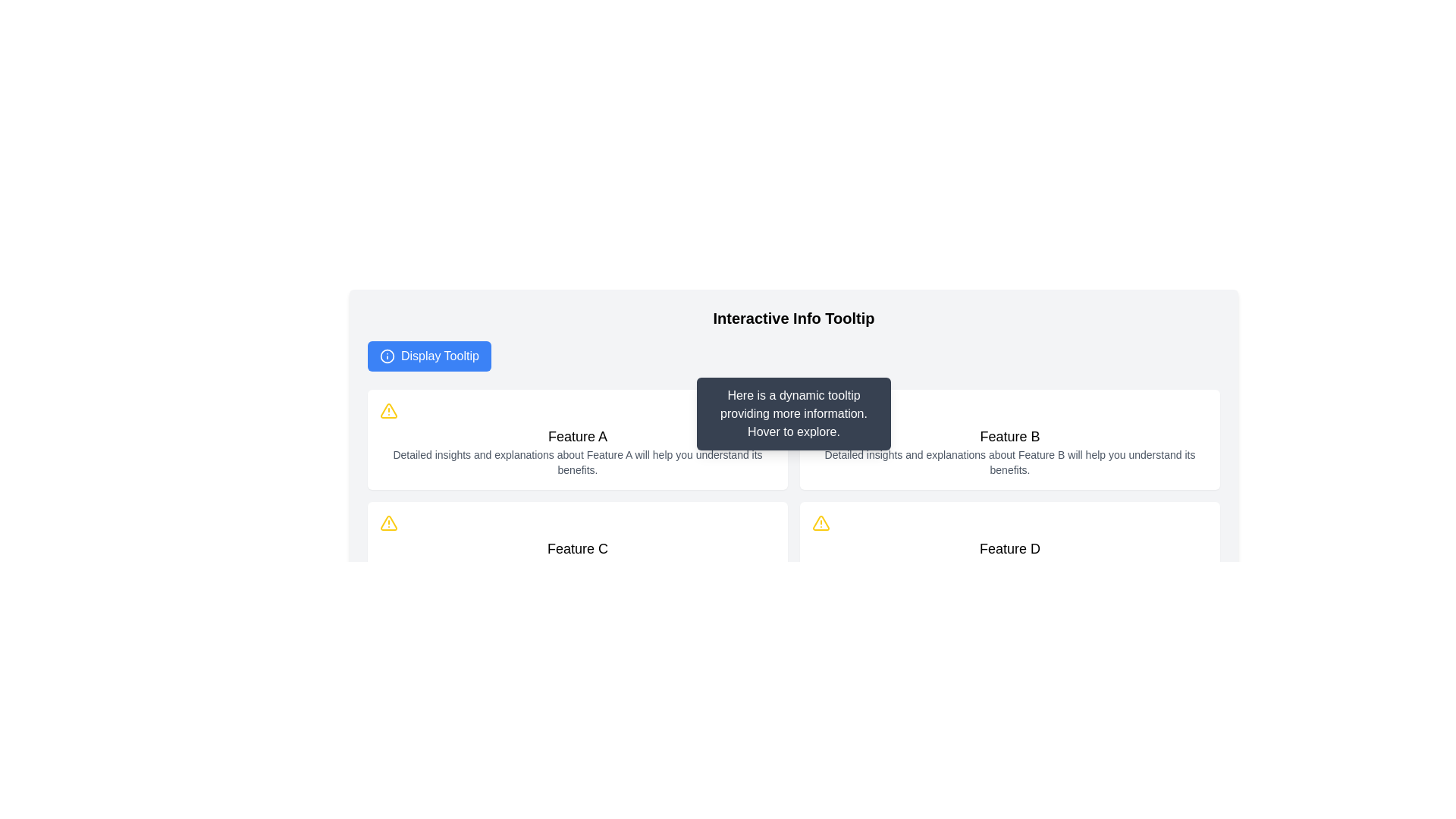  I want to click on the text element displaying 'Feature B', which is styled with a large font and bold weight, located at the top-center of its card in the second column of a four-column grid layout, so click(1009, 436).